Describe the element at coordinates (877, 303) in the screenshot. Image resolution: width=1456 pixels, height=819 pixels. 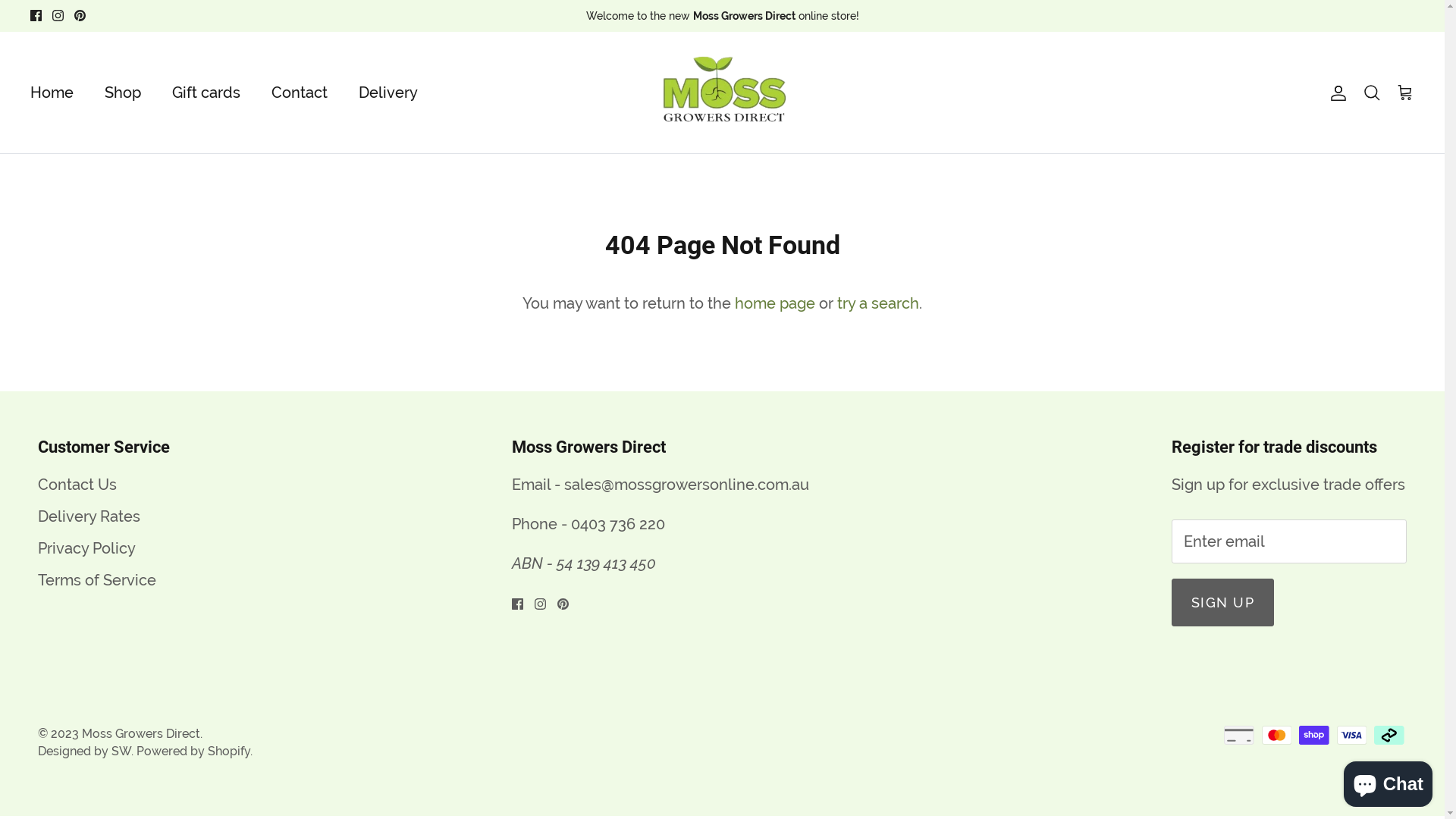
I see `'try a search'` at that location.